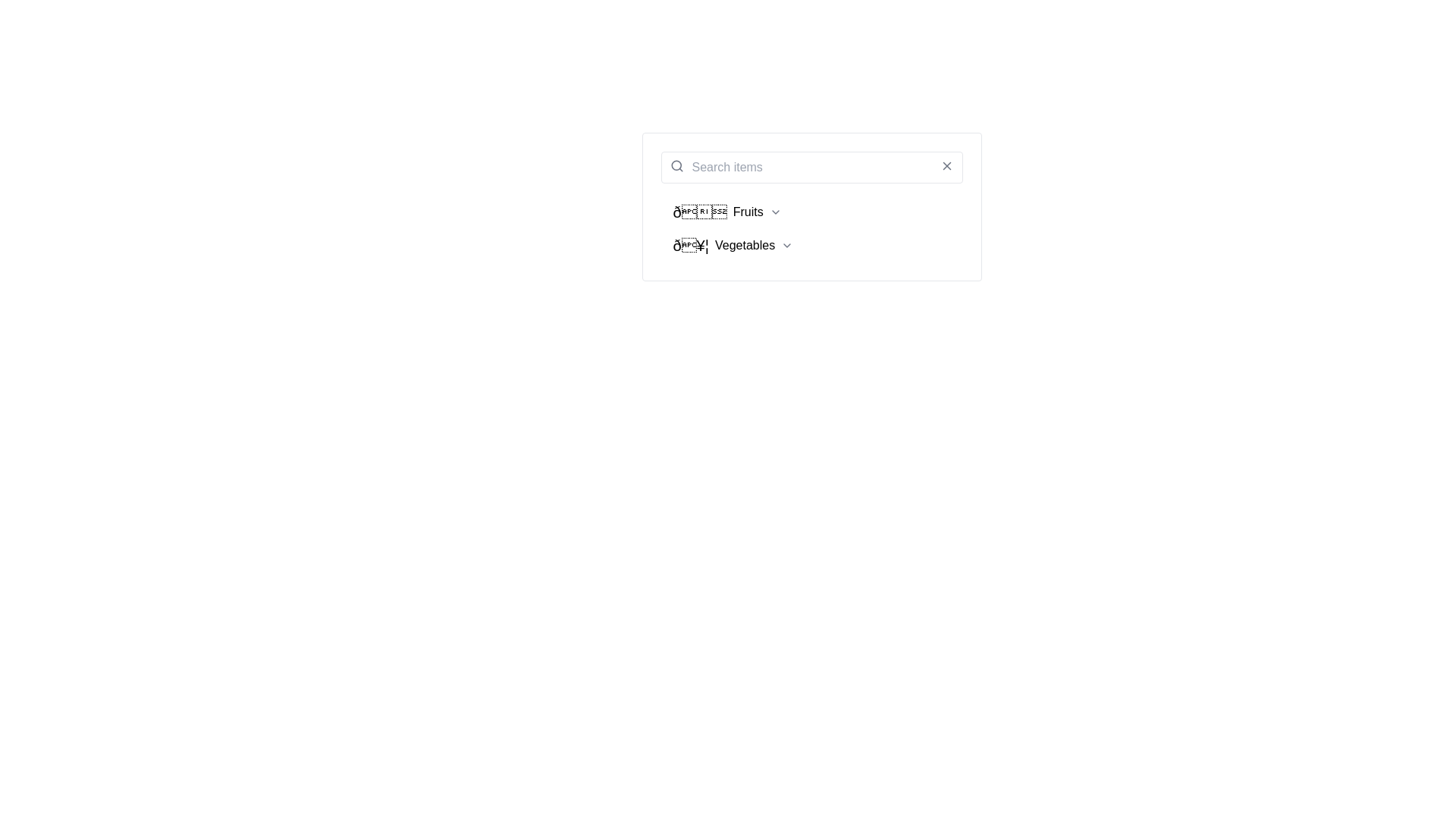 The height and width of the screenshot is (819, 1456). I want to click on the search icon, which serves as a visual indicator for the search functionality and is positioned to the left of the search input field, so click(676, 166).